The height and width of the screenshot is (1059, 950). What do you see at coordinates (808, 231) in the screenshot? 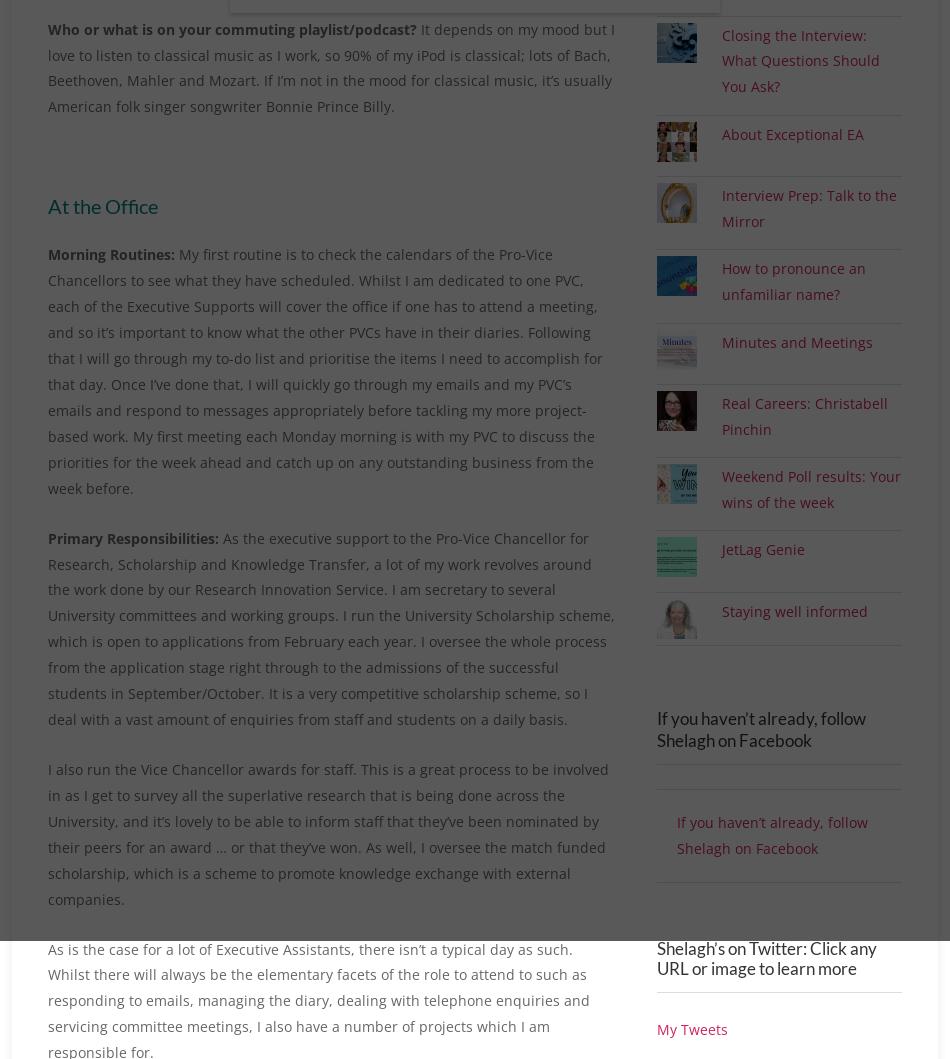
I see `'Interview Prep: Talk to the Mirror'` at bounding box center [808, 231].